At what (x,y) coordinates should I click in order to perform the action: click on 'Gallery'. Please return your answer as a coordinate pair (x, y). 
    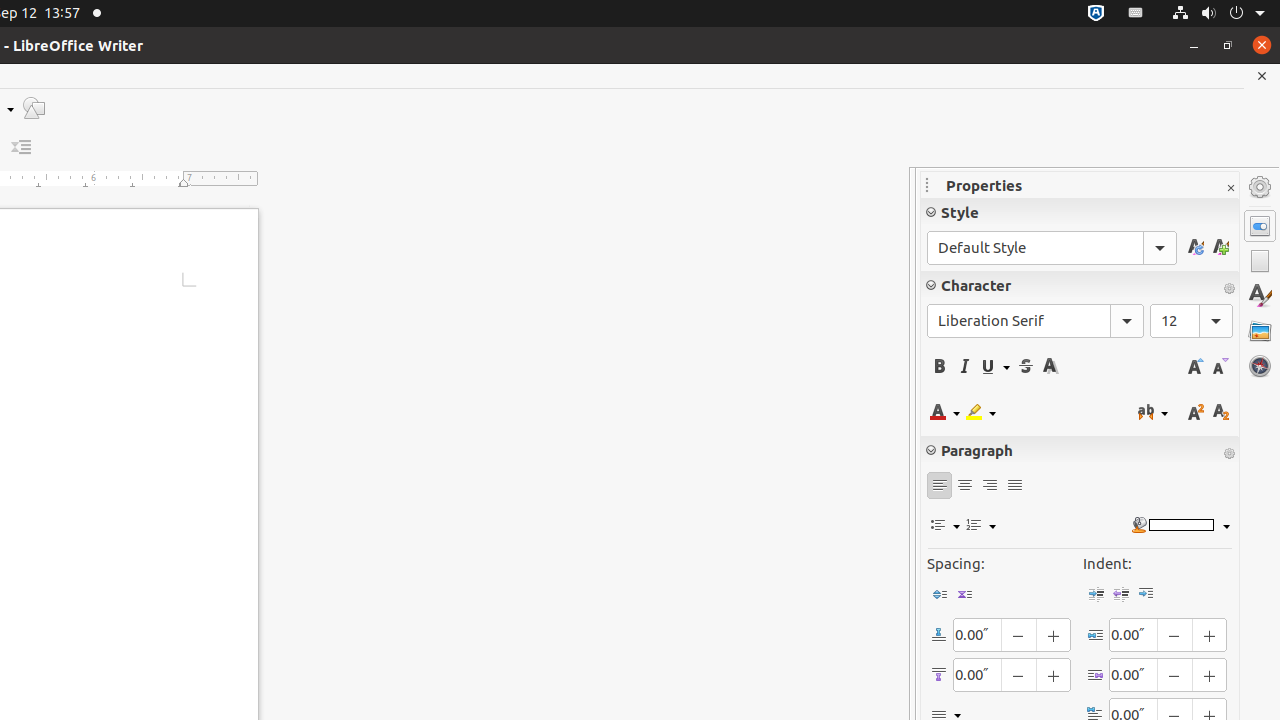
    Looking at the image, I should click on (1259, 329).